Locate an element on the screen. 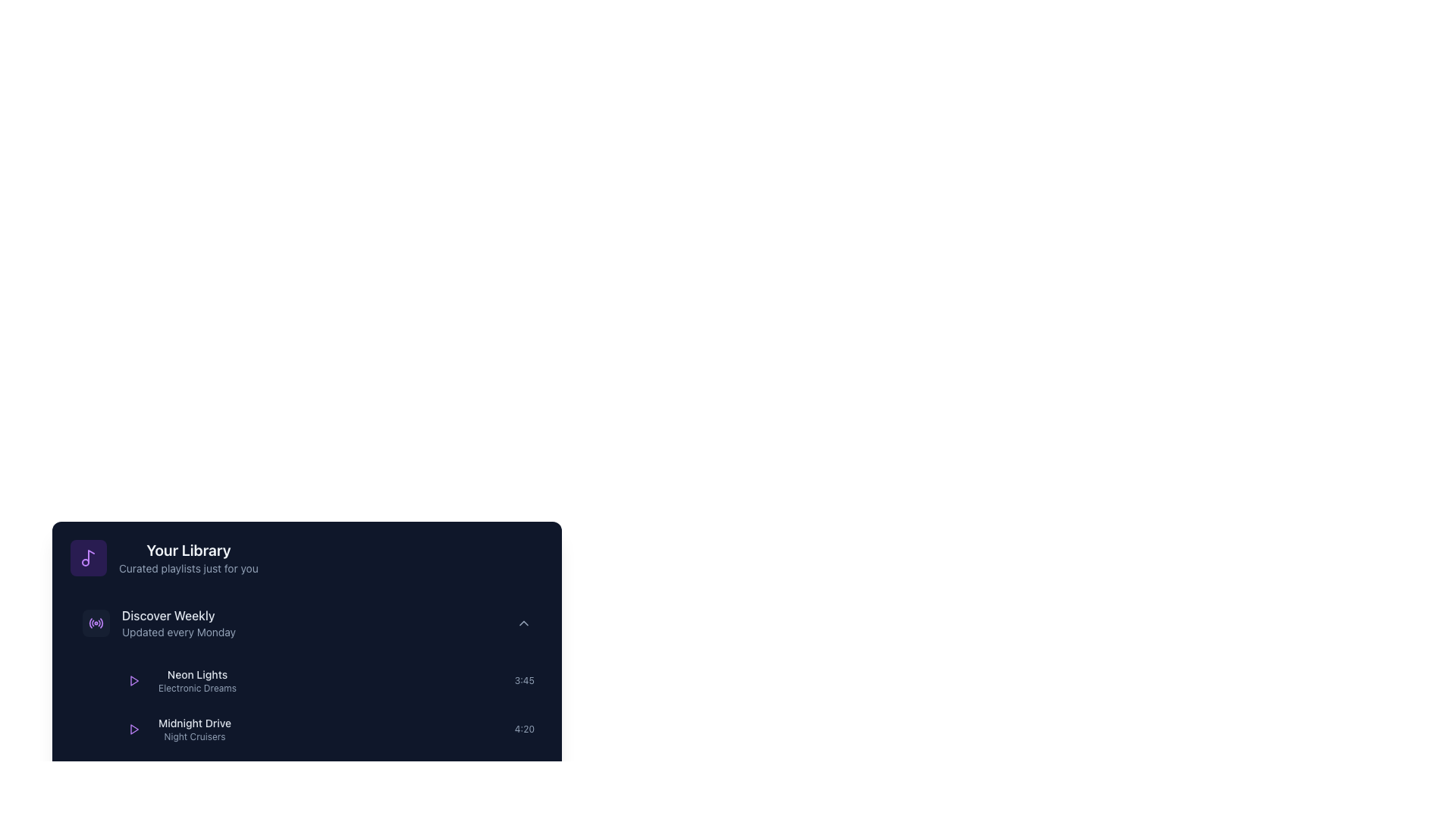 The height and width of the screenshot is (819, 1456). the toggle or collapse indicator icon located in the 'Discover Weekly' section, adjacent to the 'Discover Weekly' text is located at coordinates (524, 623).